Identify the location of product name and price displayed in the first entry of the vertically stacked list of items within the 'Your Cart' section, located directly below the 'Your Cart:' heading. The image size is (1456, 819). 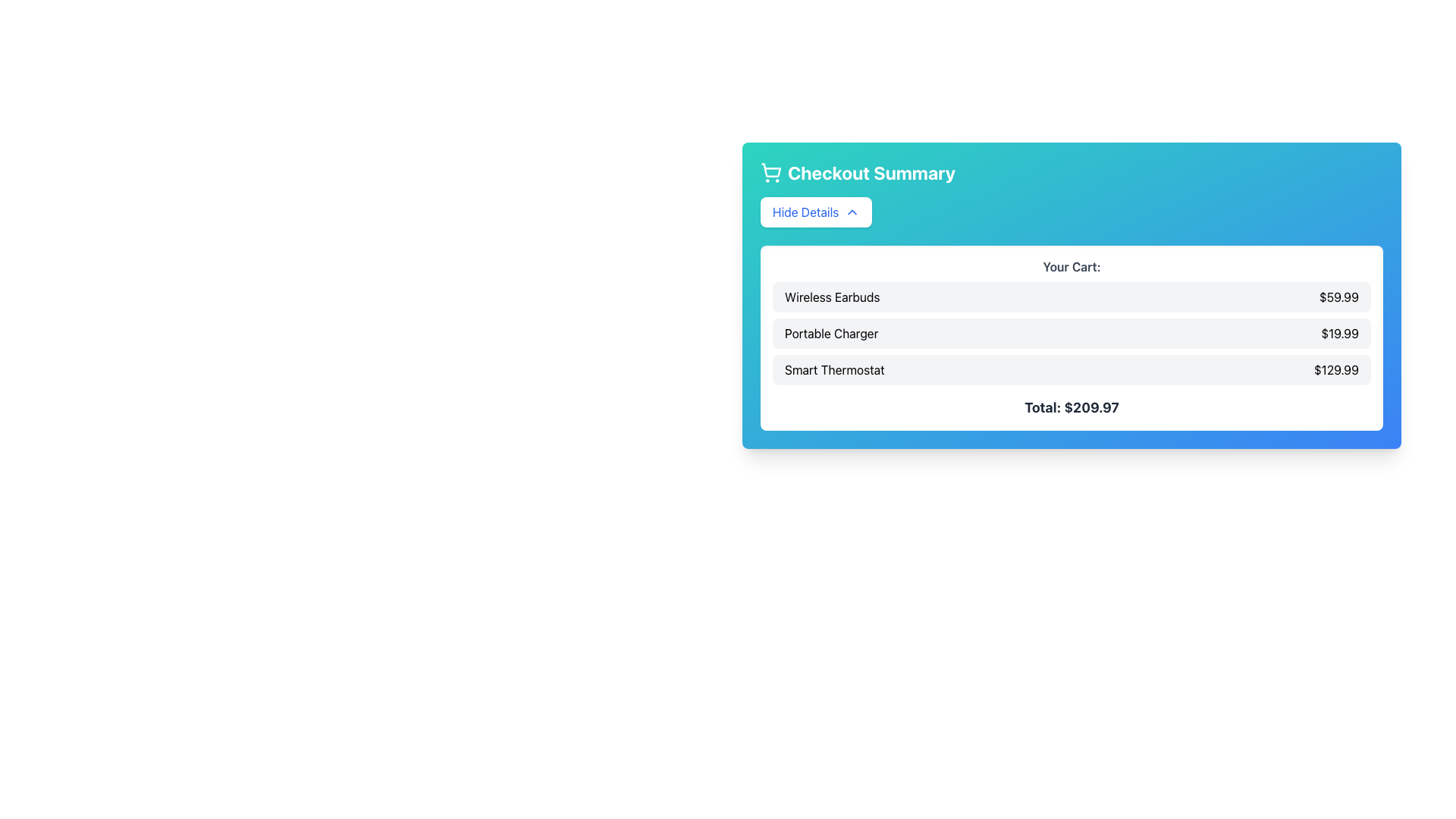
(1071, 297).